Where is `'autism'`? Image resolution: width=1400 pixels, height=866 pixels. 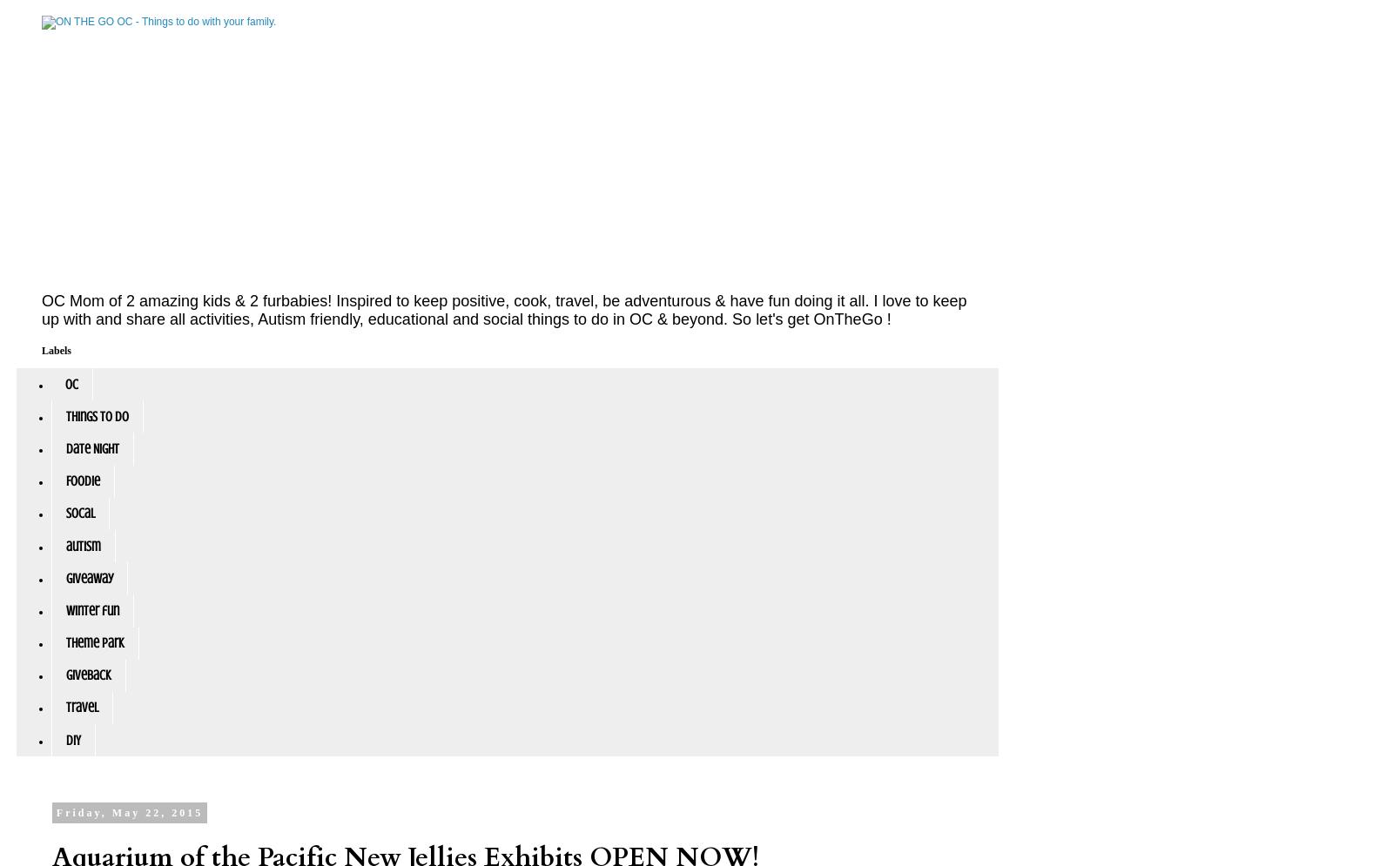
'autism' is located at coordinates (83, 546).